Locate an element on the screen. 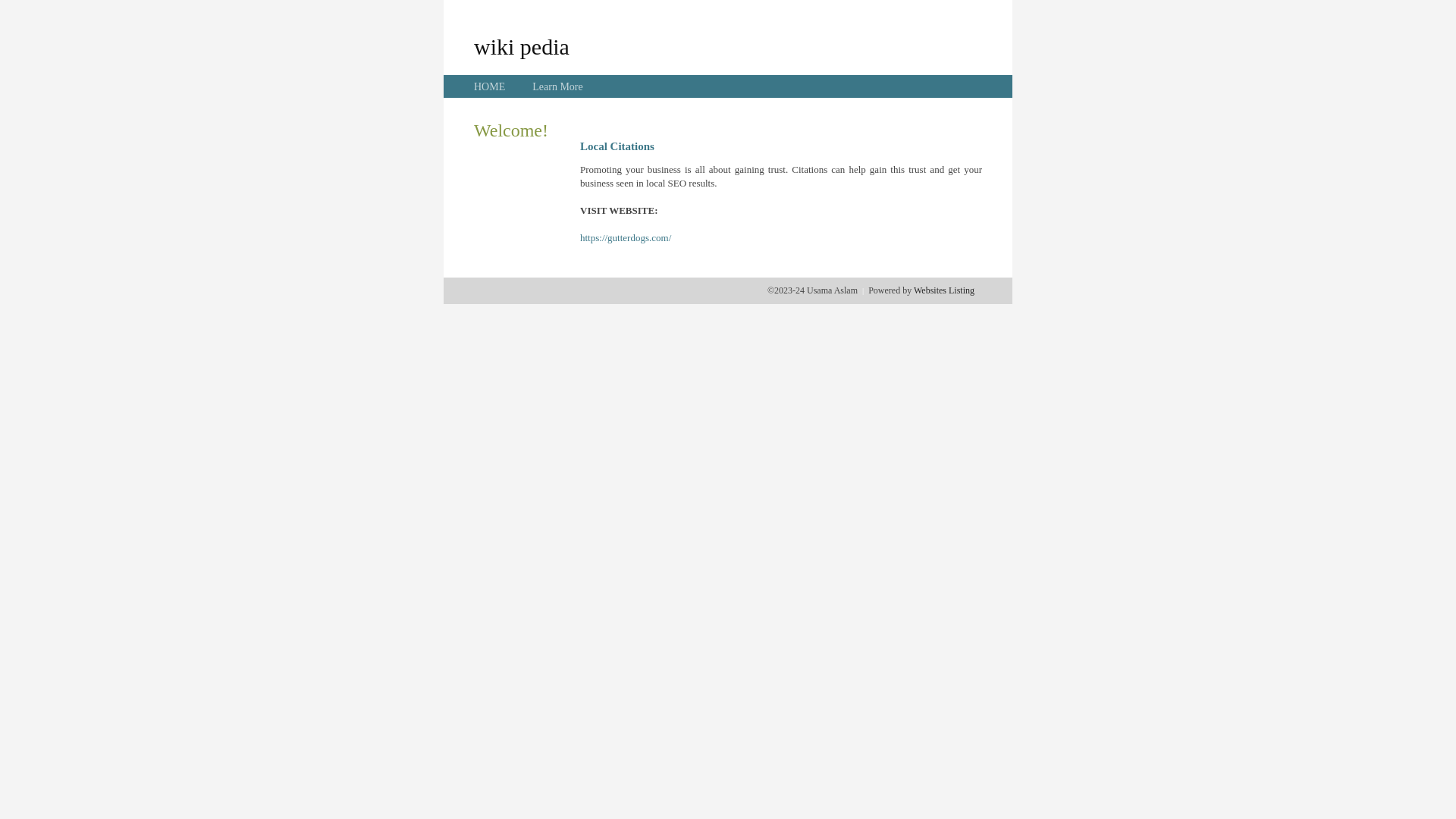 This screenshot has width=1456, height=819. 'Websites Listing' is located at coordinates (943, 290).